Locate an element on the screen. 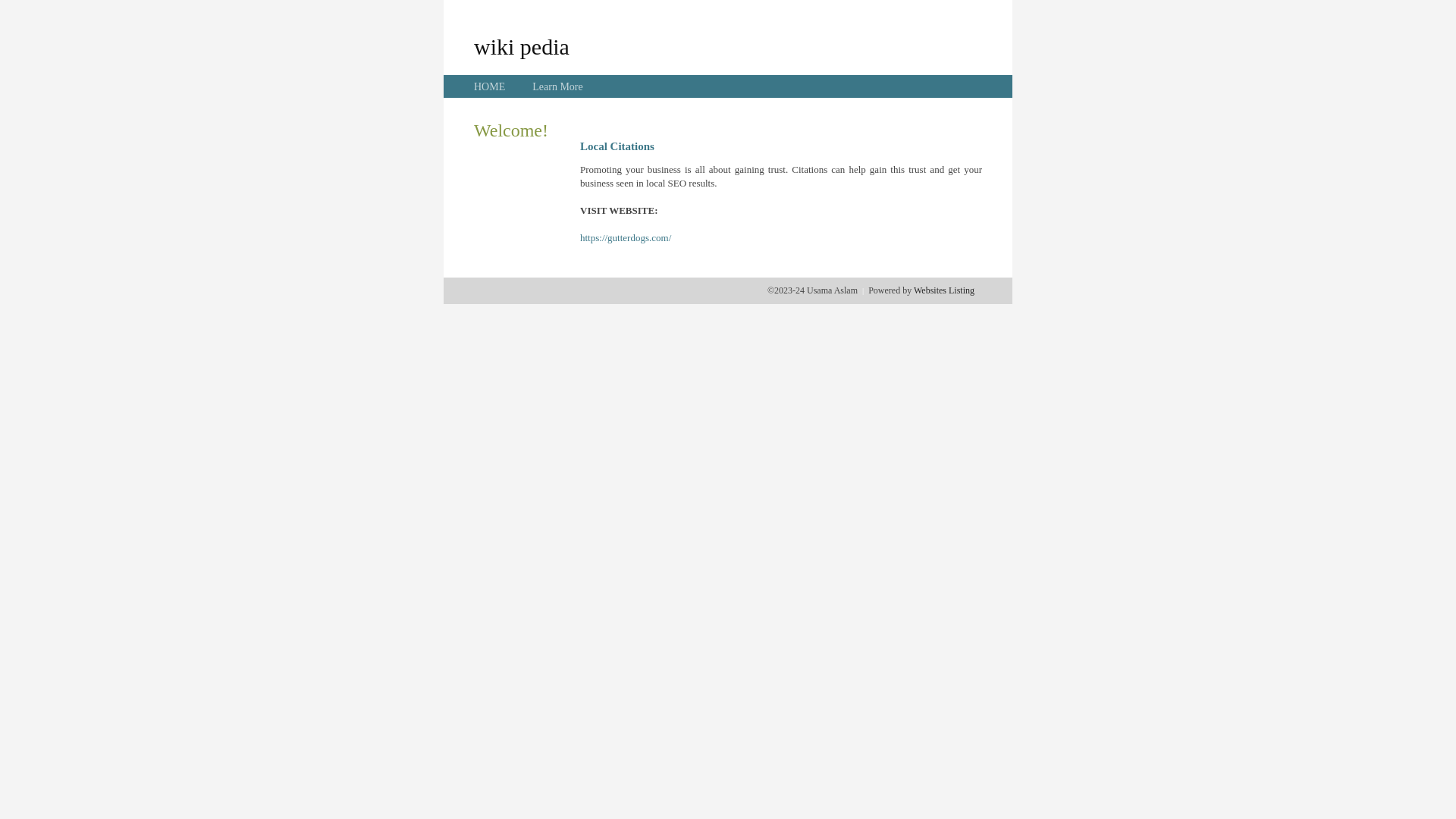 This screenshot has width=1456, height=819. 'Websites Listing' is located at coordinates (943, 290).